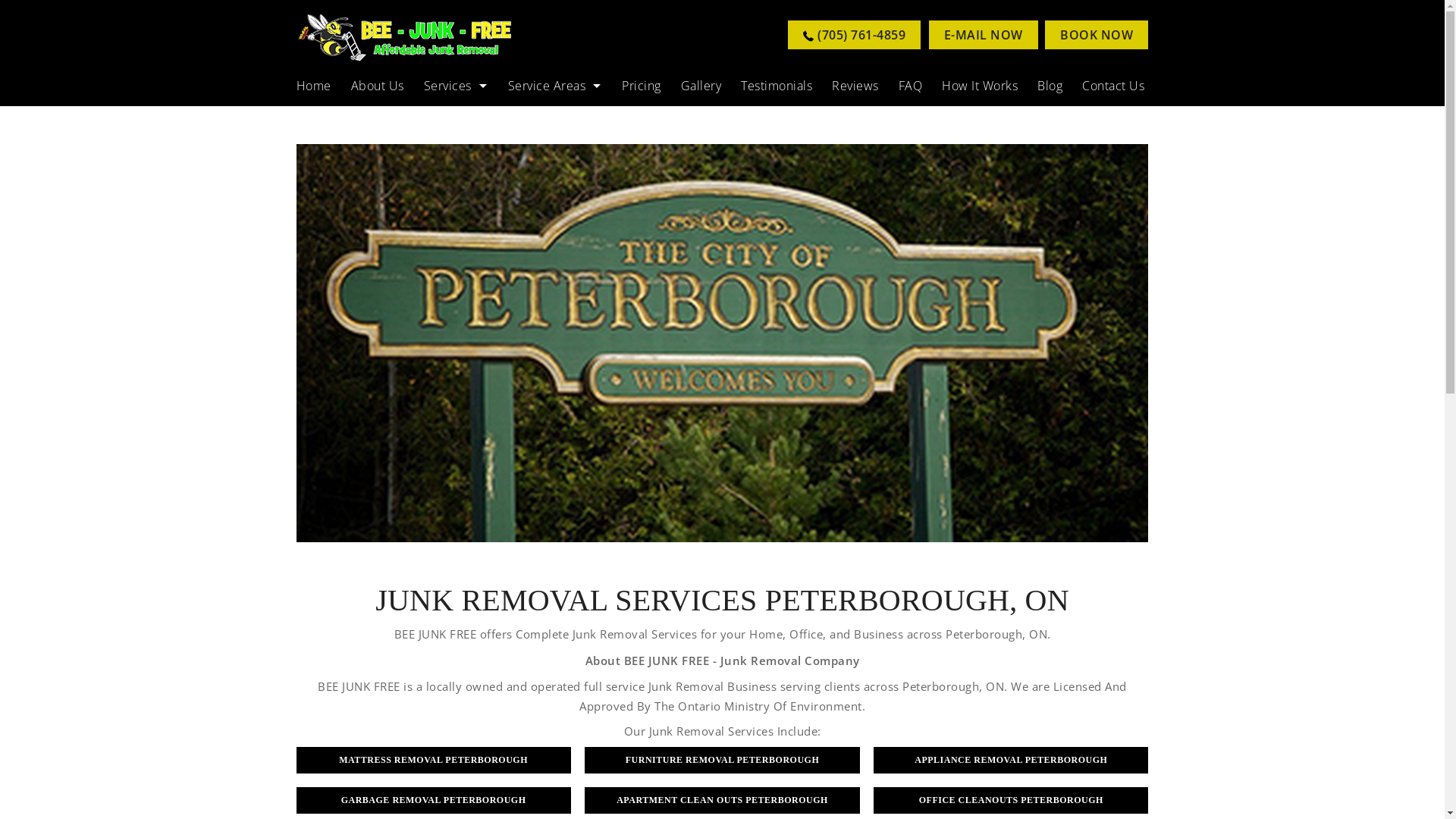 The height and width of the screenshot is (819, 1456). Describe the element at coordinates (910, 86) in the screenshot. I see `'FAQ'` at that location.